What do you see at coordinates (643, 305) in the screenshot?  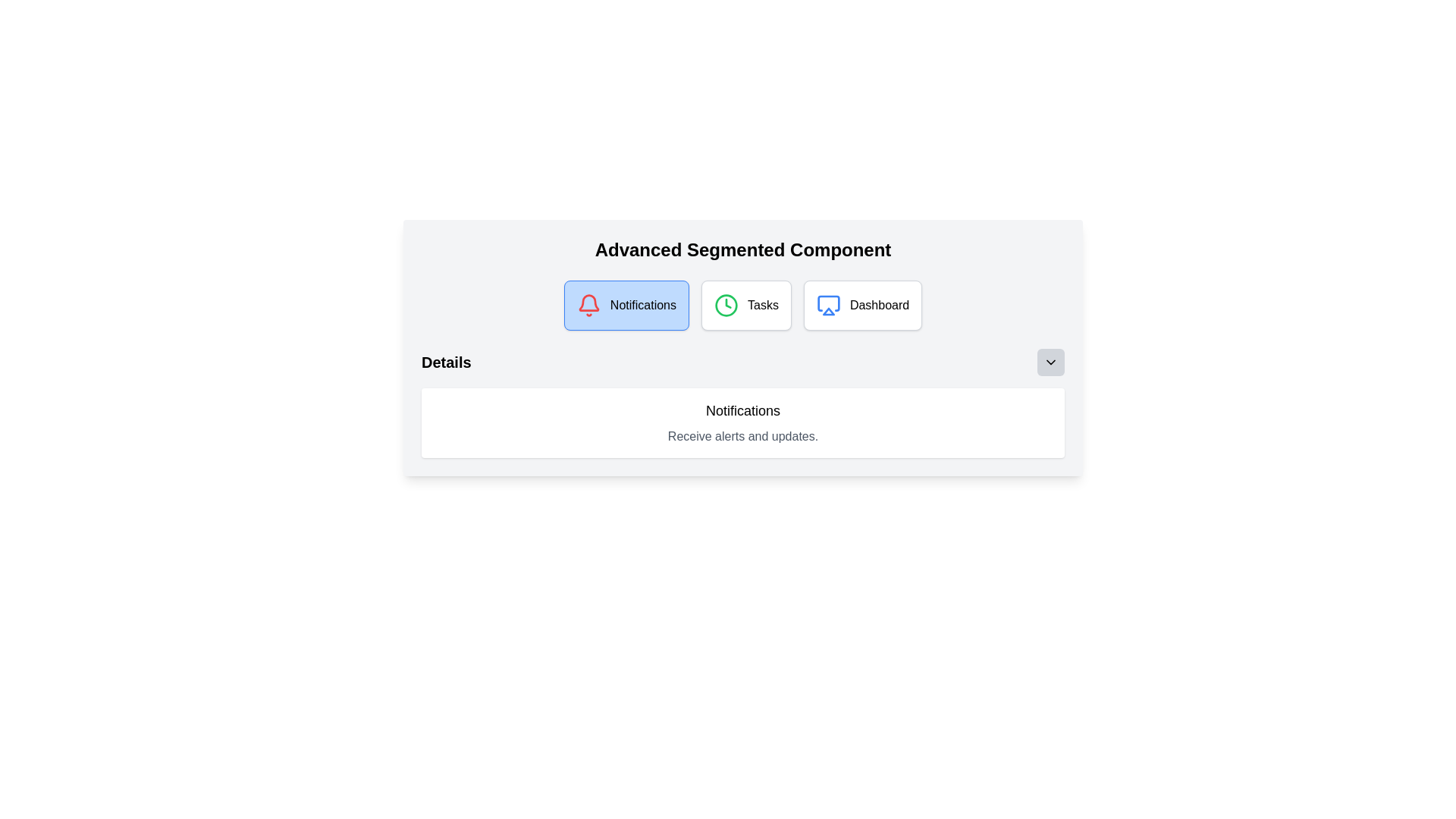 I see `the text label that describes the associated button's functionality for accessing the notifications section, located to the left of the 'Tasks' and 'Dashboard' buttons` at bounding box center [643, 305].